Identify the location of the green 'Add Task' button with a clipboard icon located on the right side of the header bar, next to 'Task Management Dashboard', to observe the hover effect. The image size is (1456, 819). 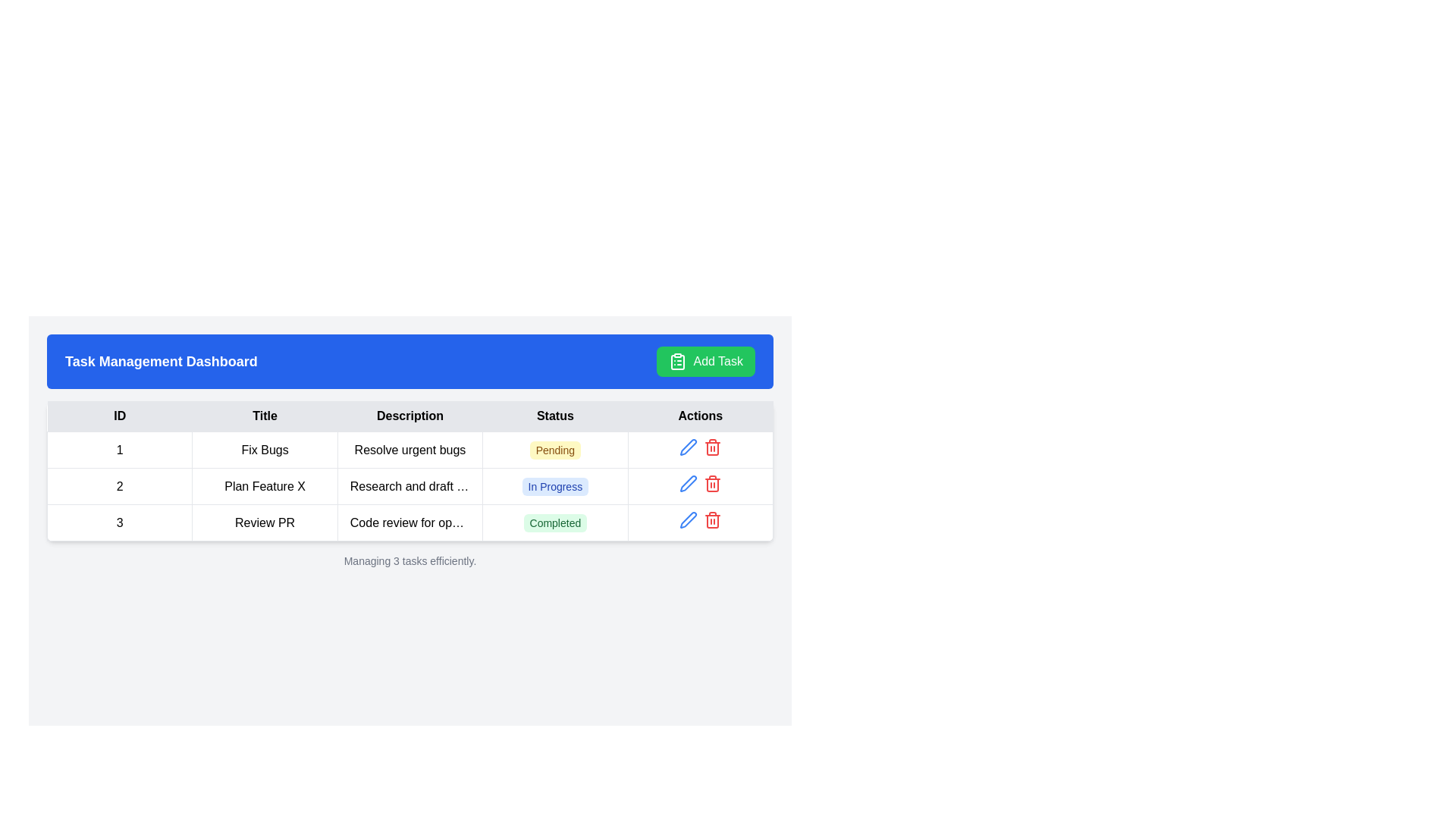
(705, 362).